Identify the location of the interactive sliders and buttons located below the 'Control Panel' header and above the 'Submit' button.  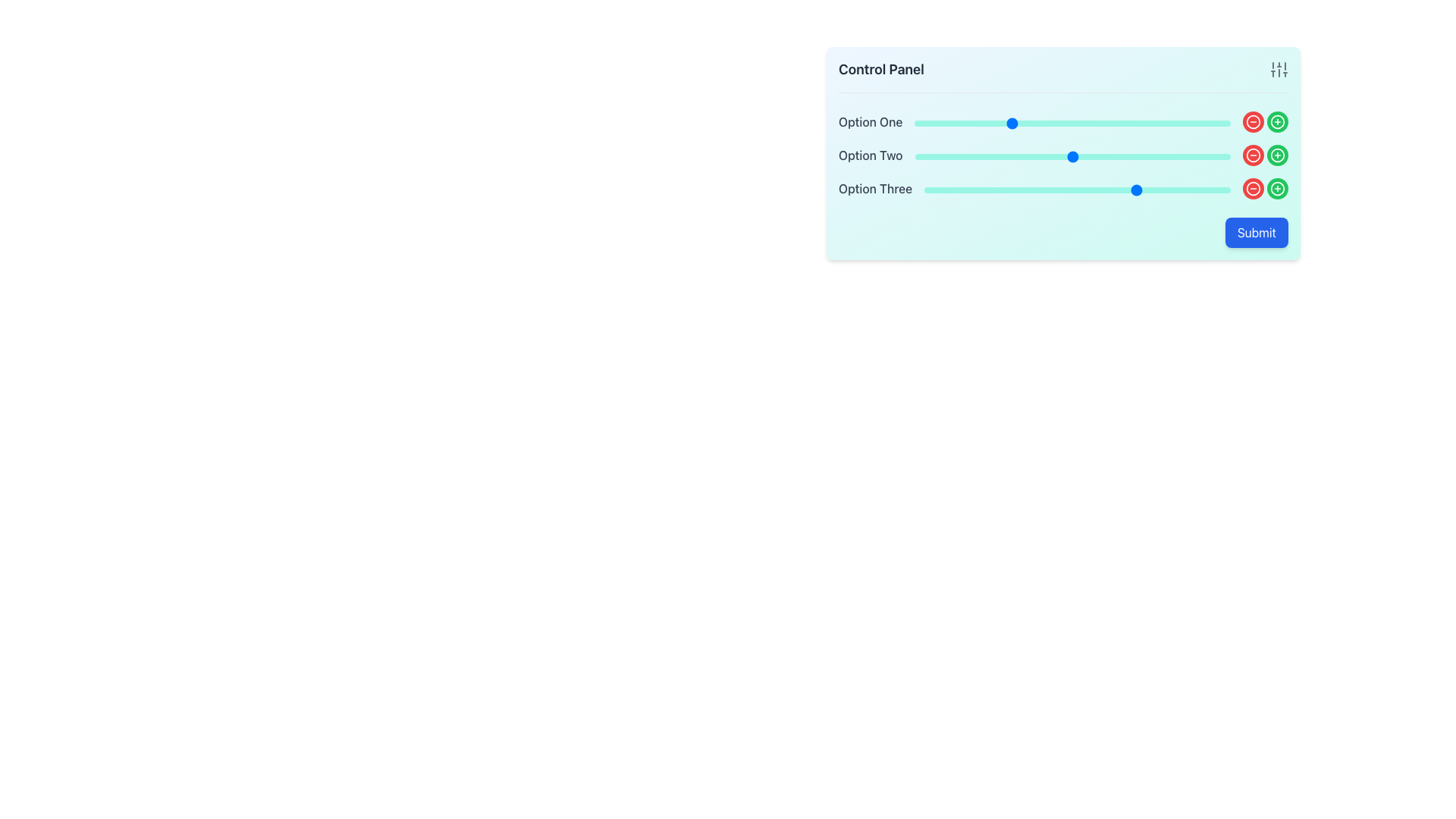
(1062, 155).